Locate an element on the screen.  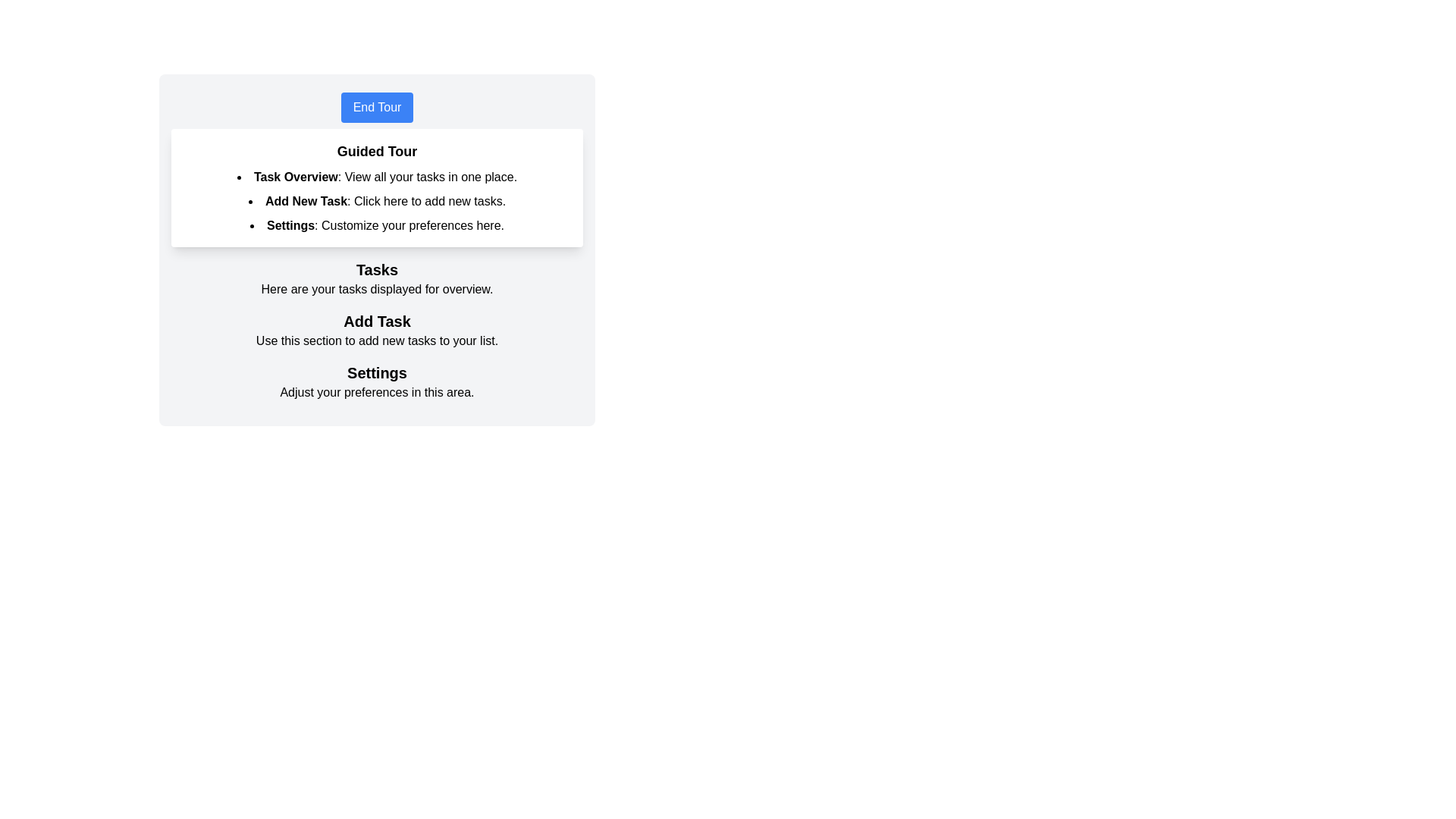
the bulleted list in the Guided Tour section that includes 'Task Overview', 'Add New Task', and 'Settings' is located at coordinates (377, 201).